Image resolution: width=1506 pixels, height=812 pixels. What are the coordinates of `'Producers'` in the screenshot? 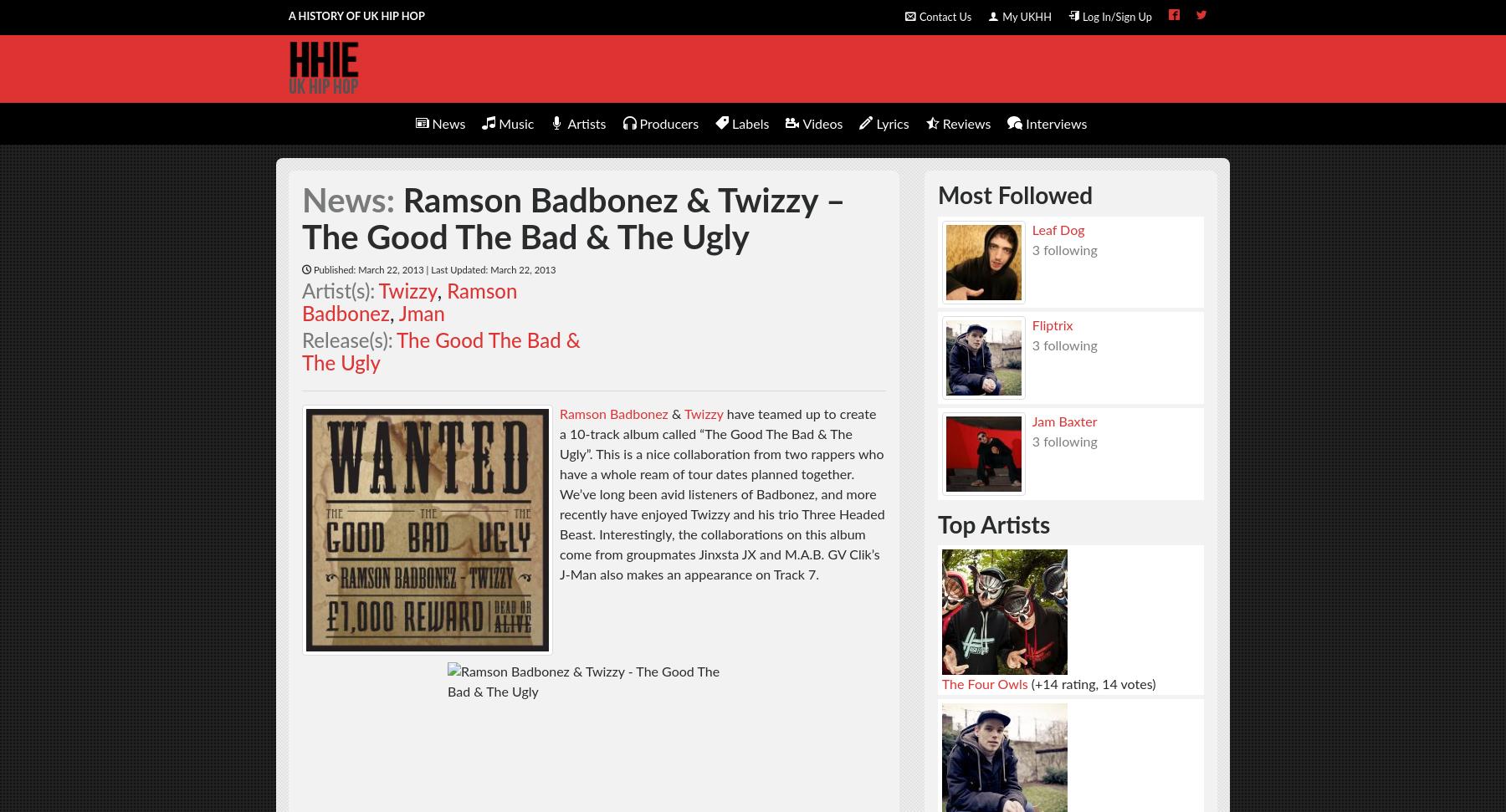 It's located at (668, 123).